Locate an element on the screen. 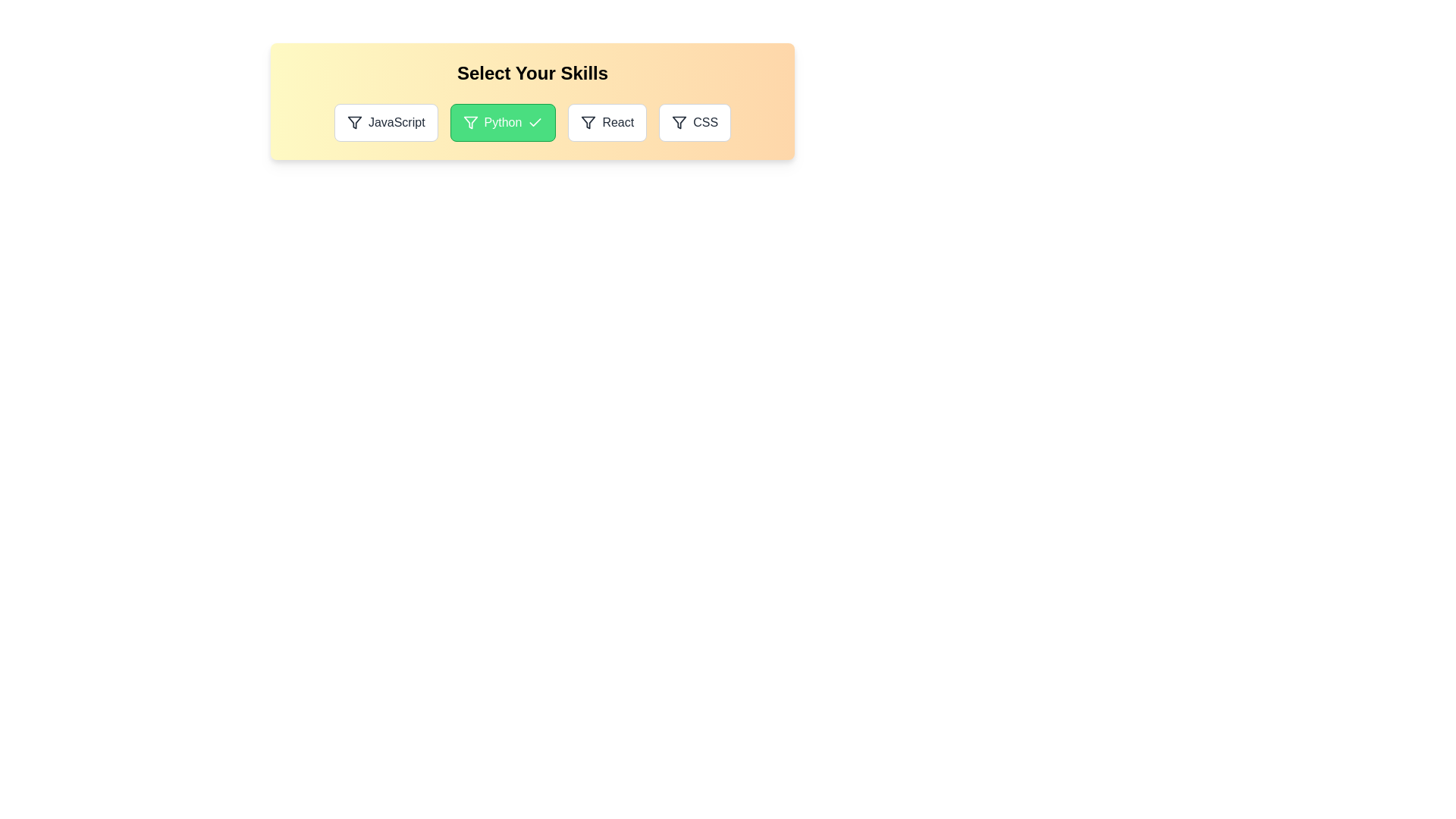  the skill Python is located at coordinates (503, 122).